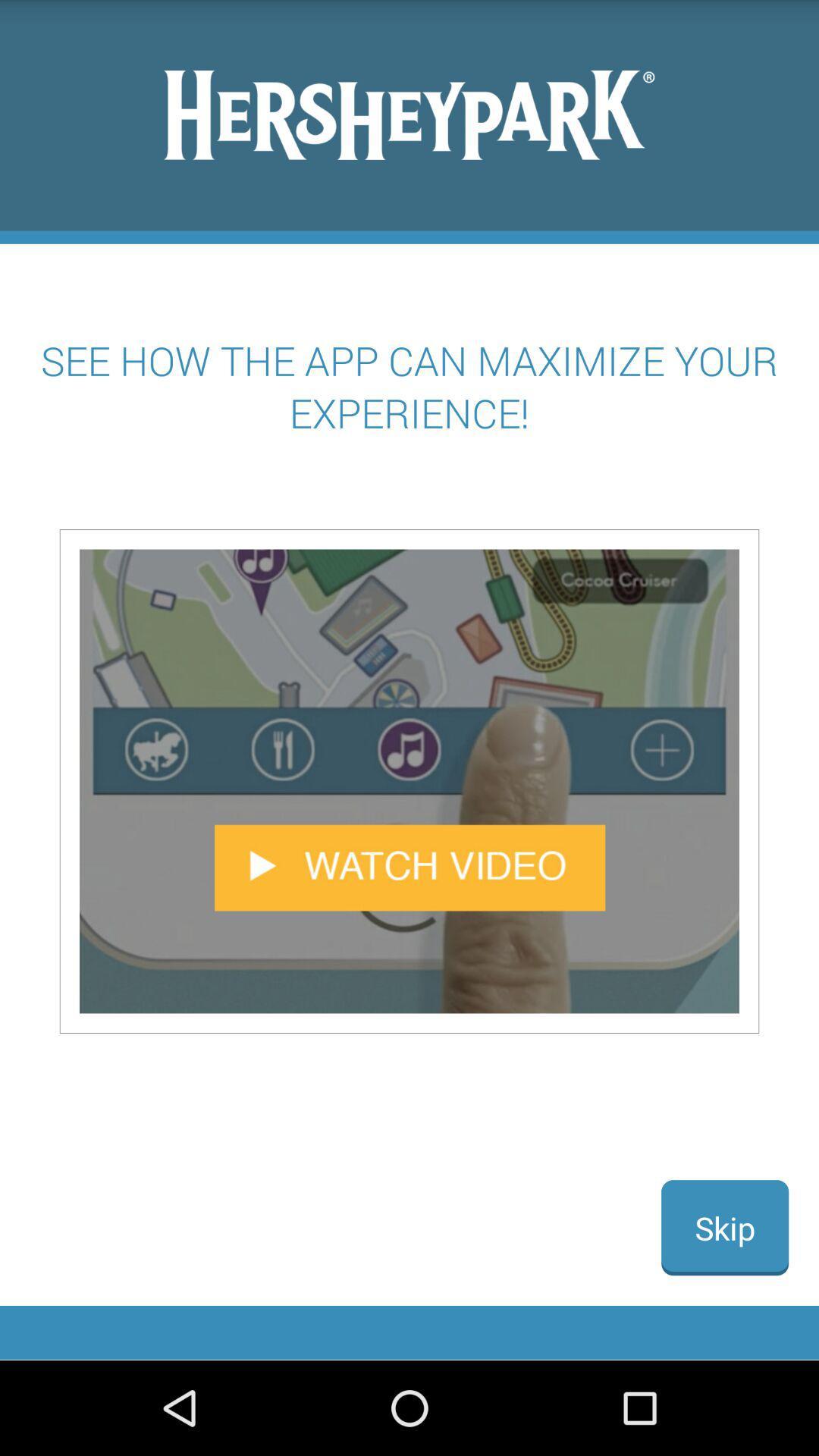  What do you see at coordinates (409, 781) in the screenshot?
I see `watch video` at bounding box center [409, 781].